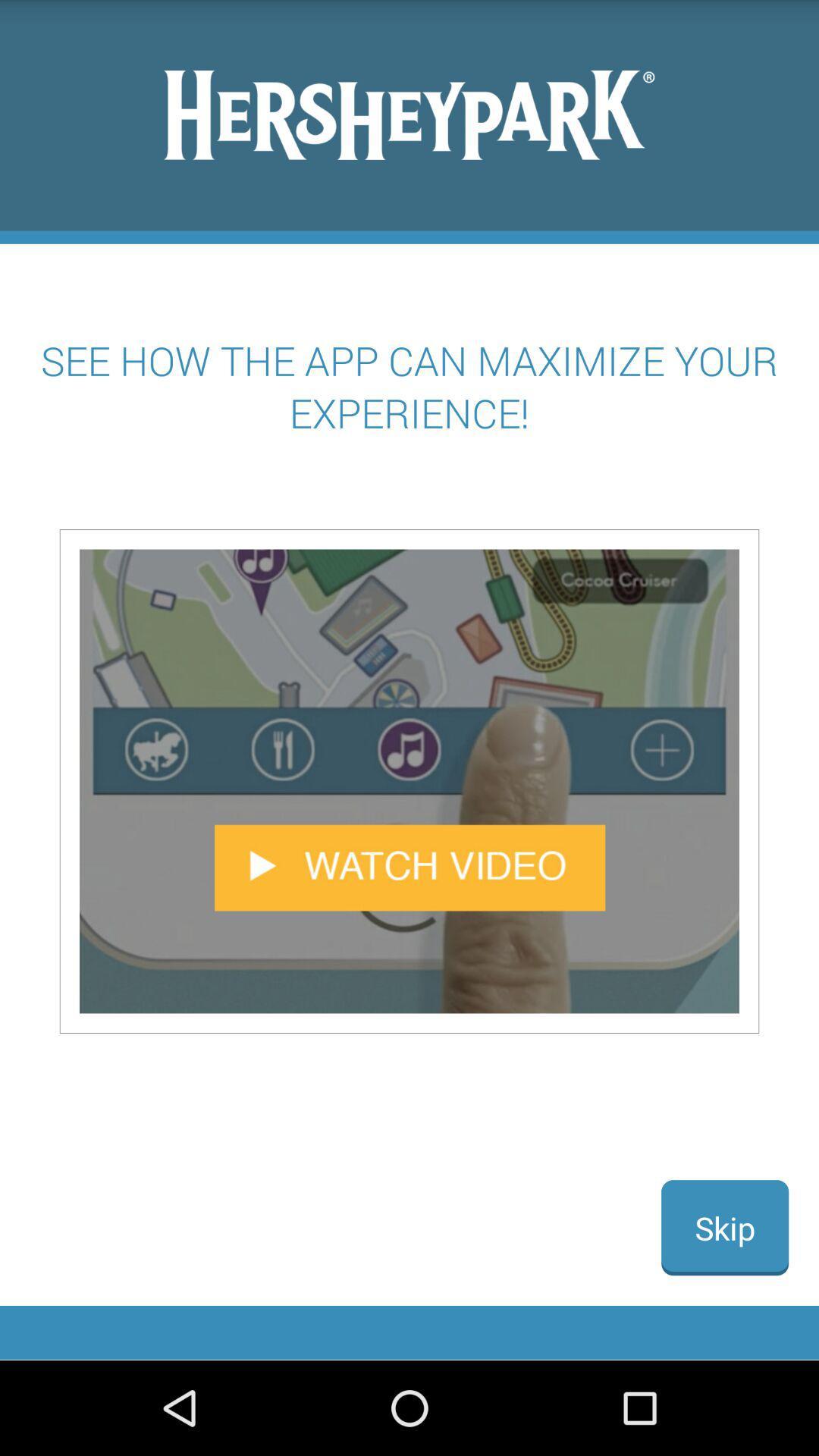  What do you see at coordinates (409, 781) in the screenshot?
I see `watch video` at bounding box center [409, 781].